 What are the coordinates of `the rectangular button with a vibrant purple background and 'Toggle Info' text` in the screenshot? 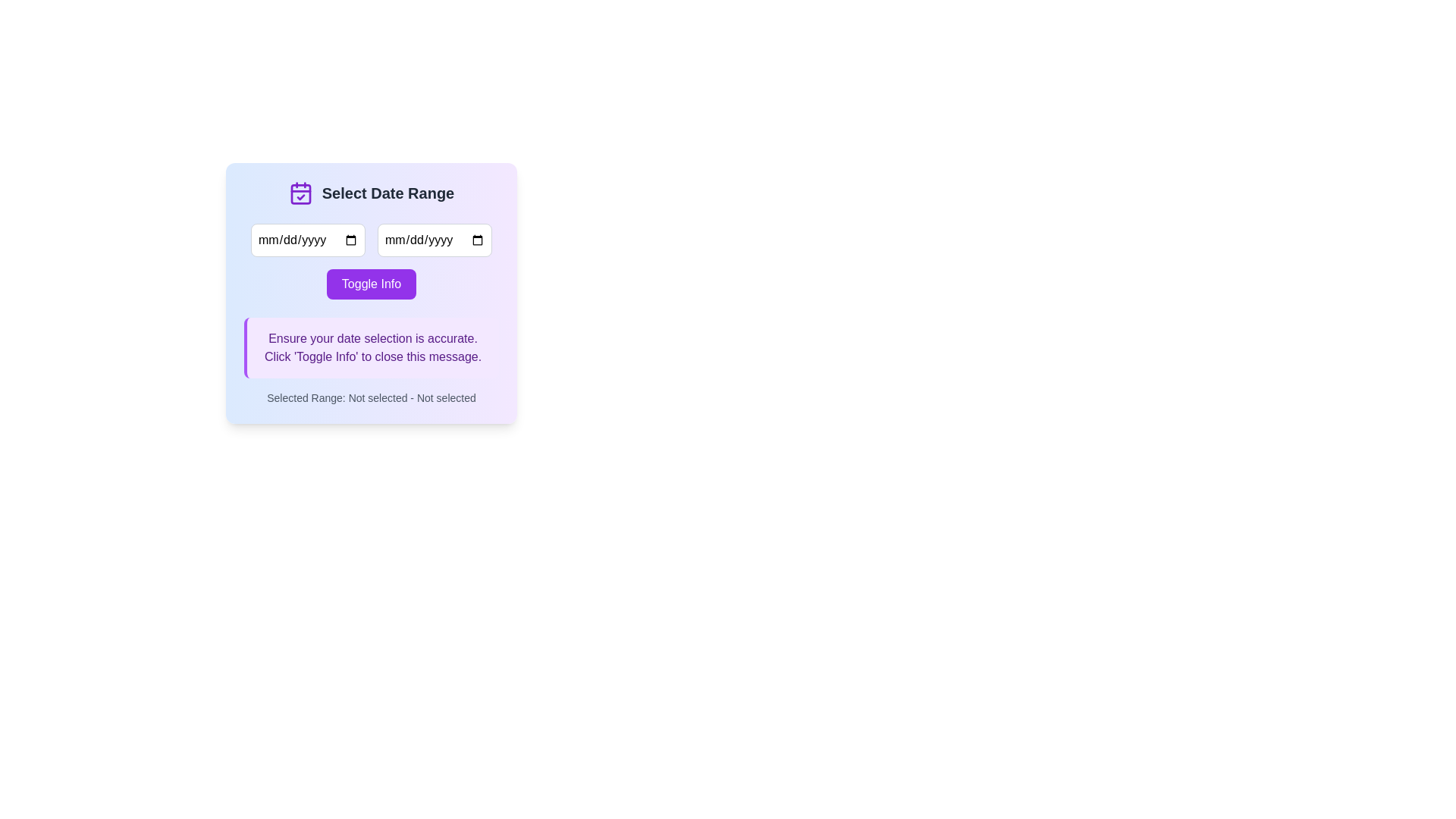 It's located at (371, 284).